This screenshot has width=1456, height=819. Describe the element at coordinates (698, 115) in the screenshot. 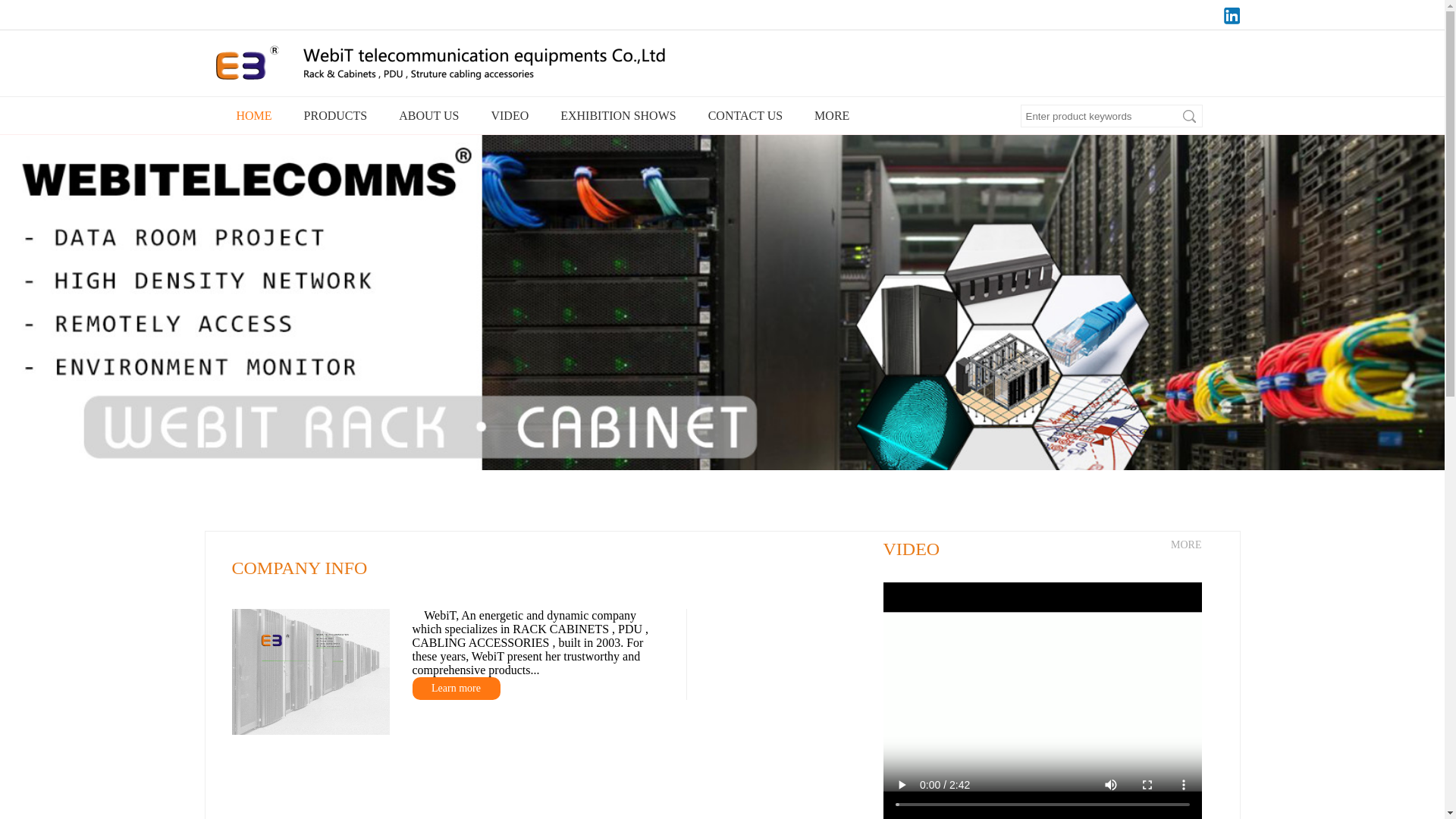

I see `'CONTACT US'` at that location.